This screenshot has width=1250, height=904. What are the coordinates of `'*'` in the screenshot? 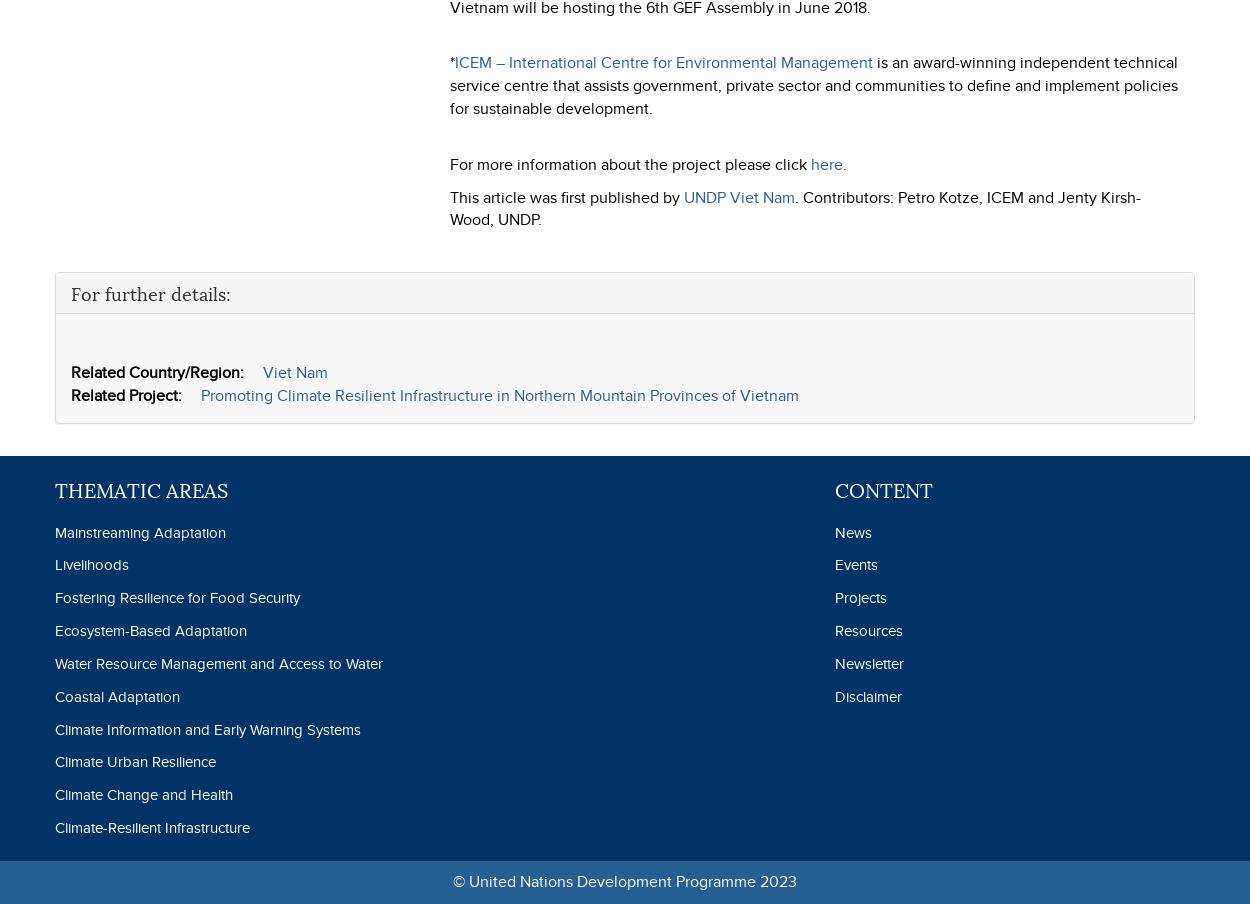 It's located at (449, 62).